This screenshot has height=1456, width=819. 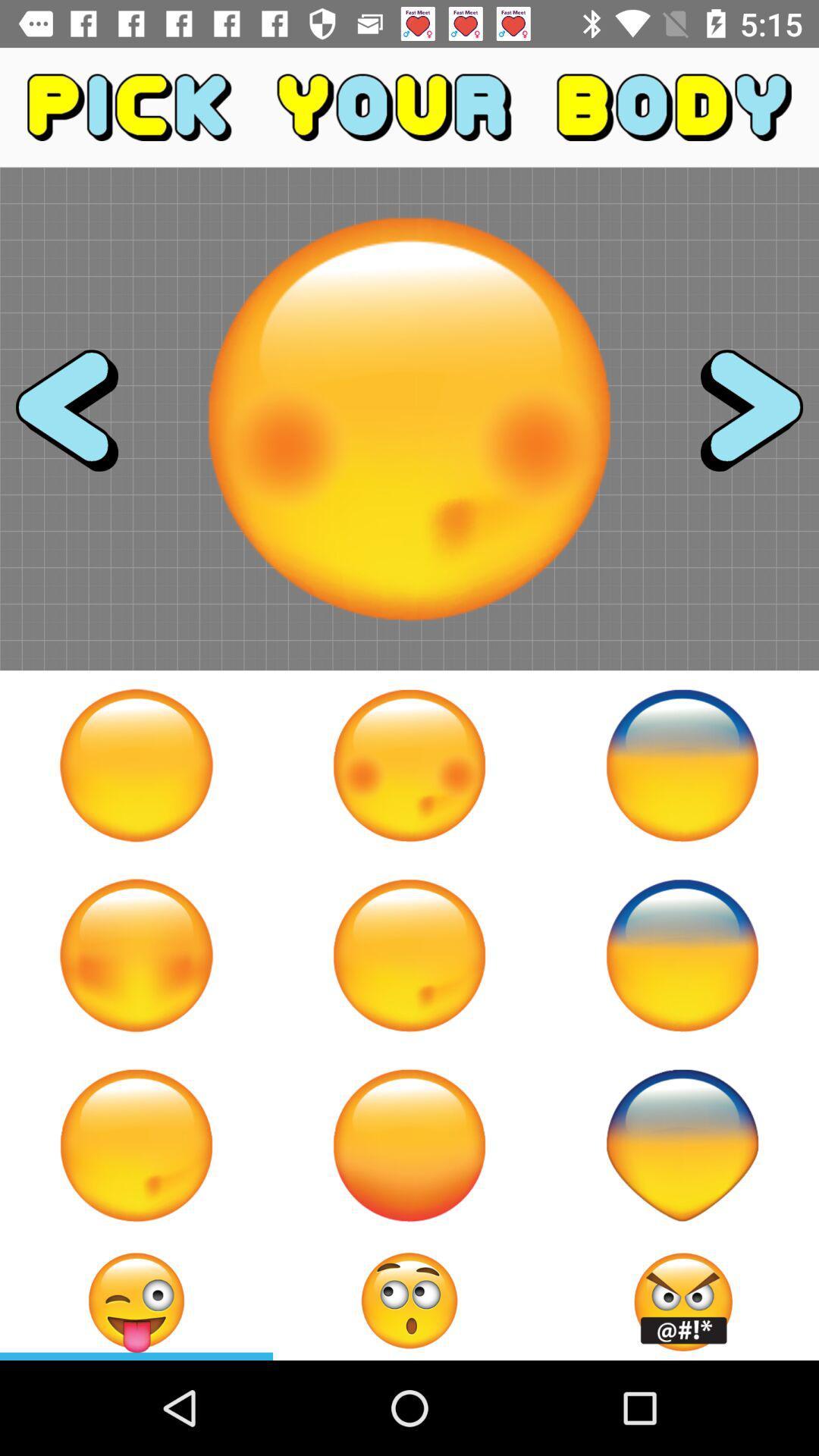 I want to click on element as if you were the app developer, so click(x=681, y=765).